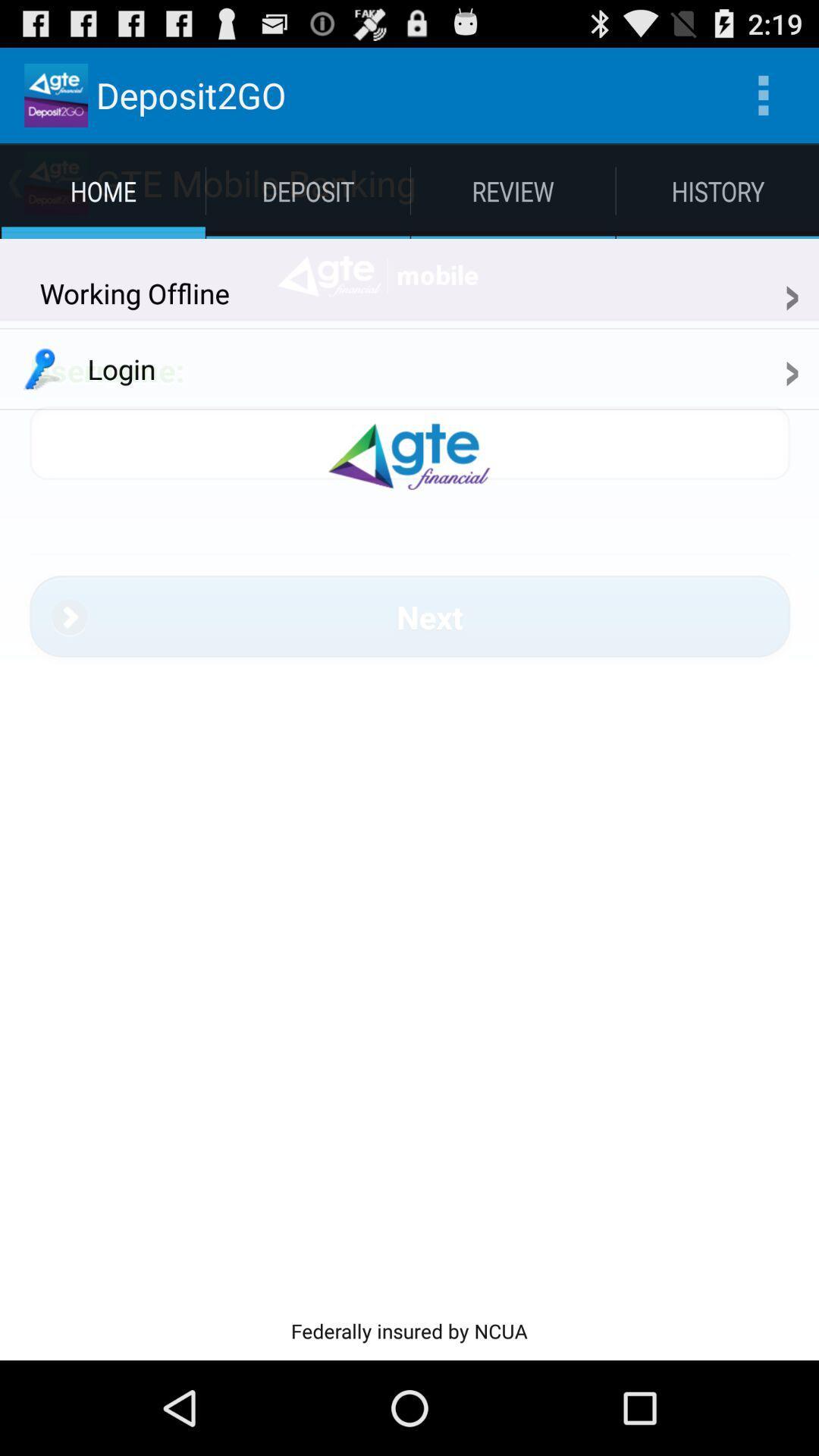  I want to click on home, so click(102, 190).